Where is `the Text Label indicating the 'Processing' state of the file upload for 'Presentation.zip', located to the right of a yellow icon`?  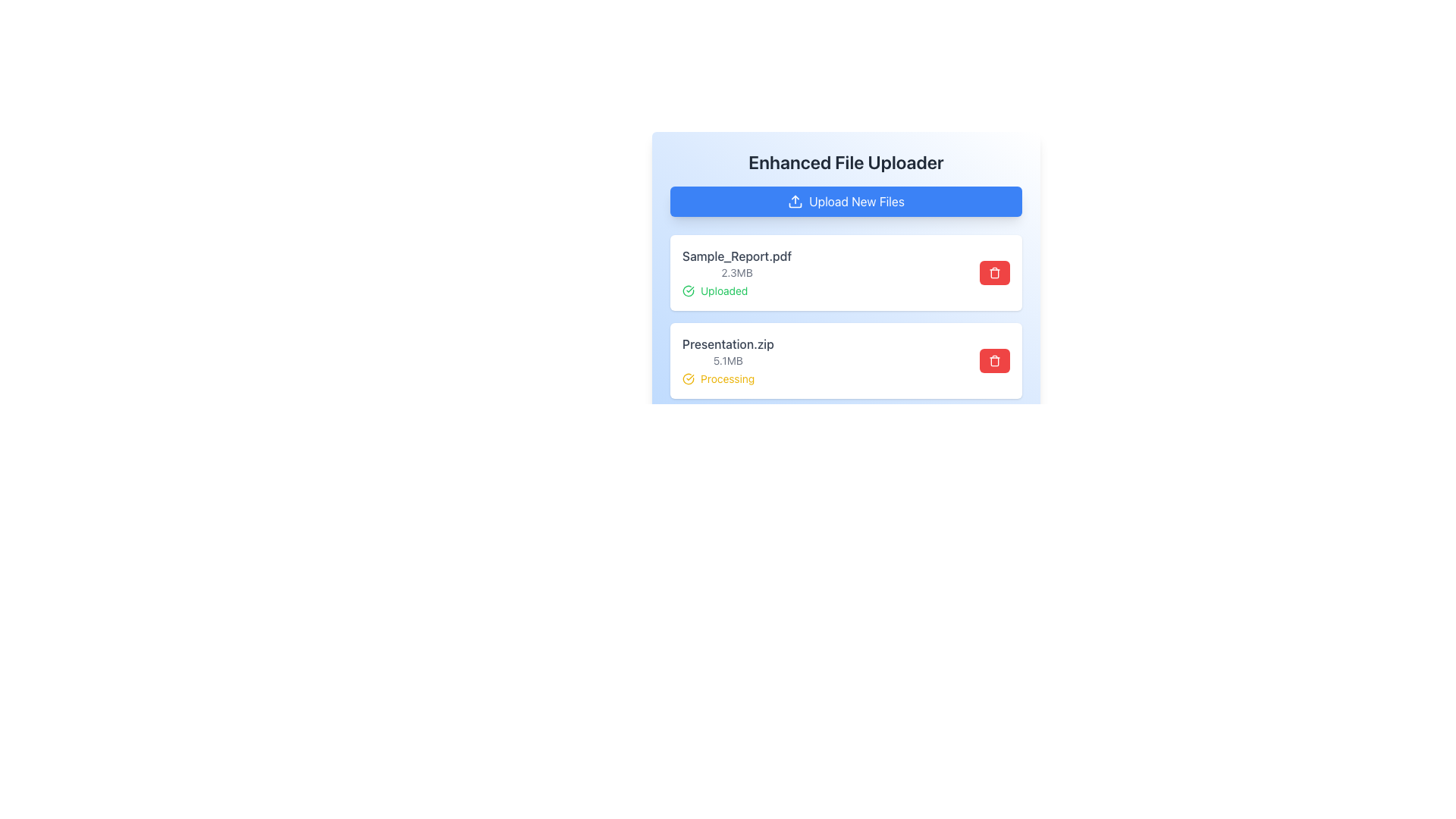 the Text Label indicating the 'Processing' state of the file upload for 'Presentation.zip', located to the right of a yellow icon is located at coordinates (726, 378).